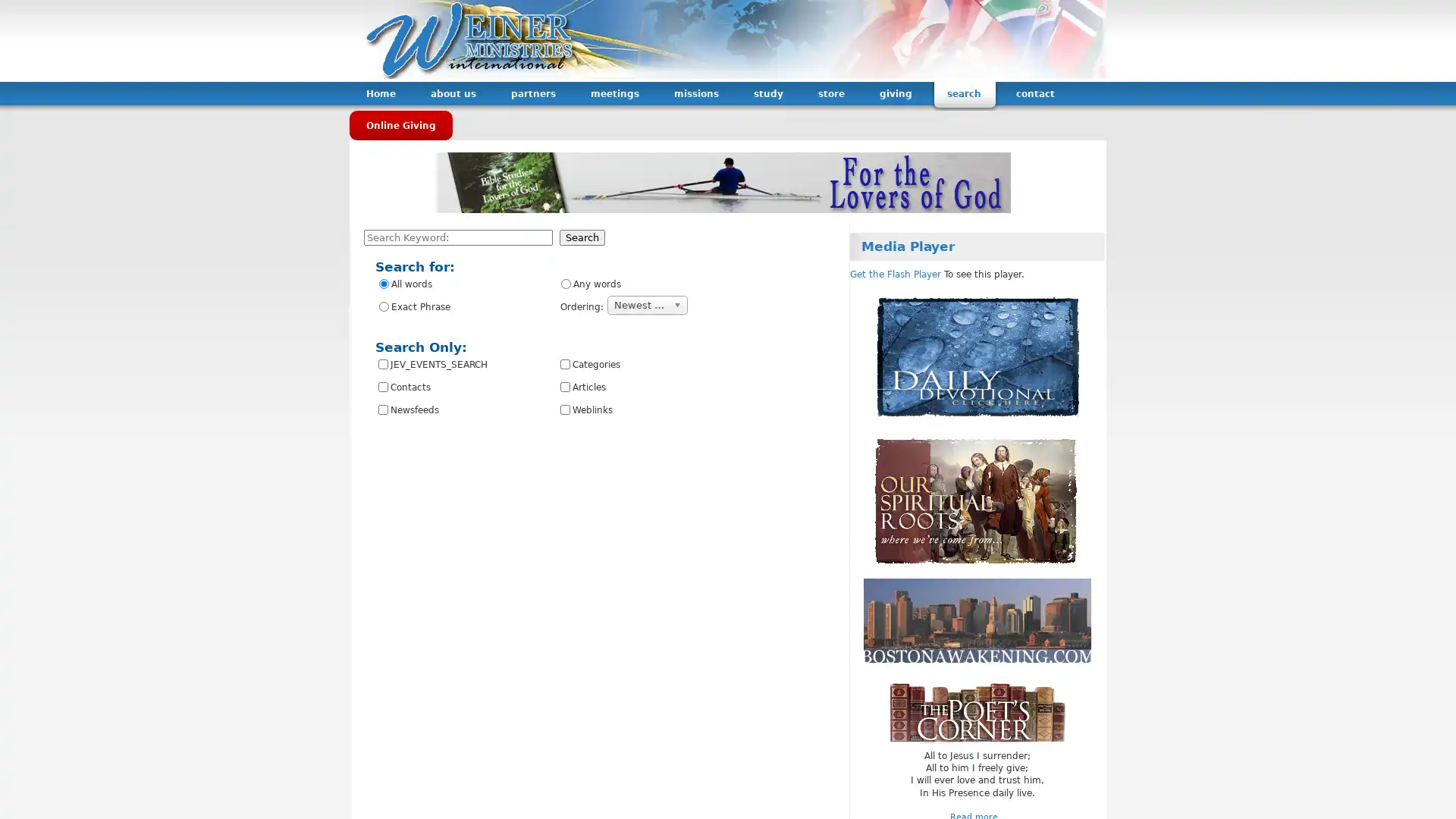  Describe the element at coordinates (582, 237) in the screenshot. I see `Search` at that location.